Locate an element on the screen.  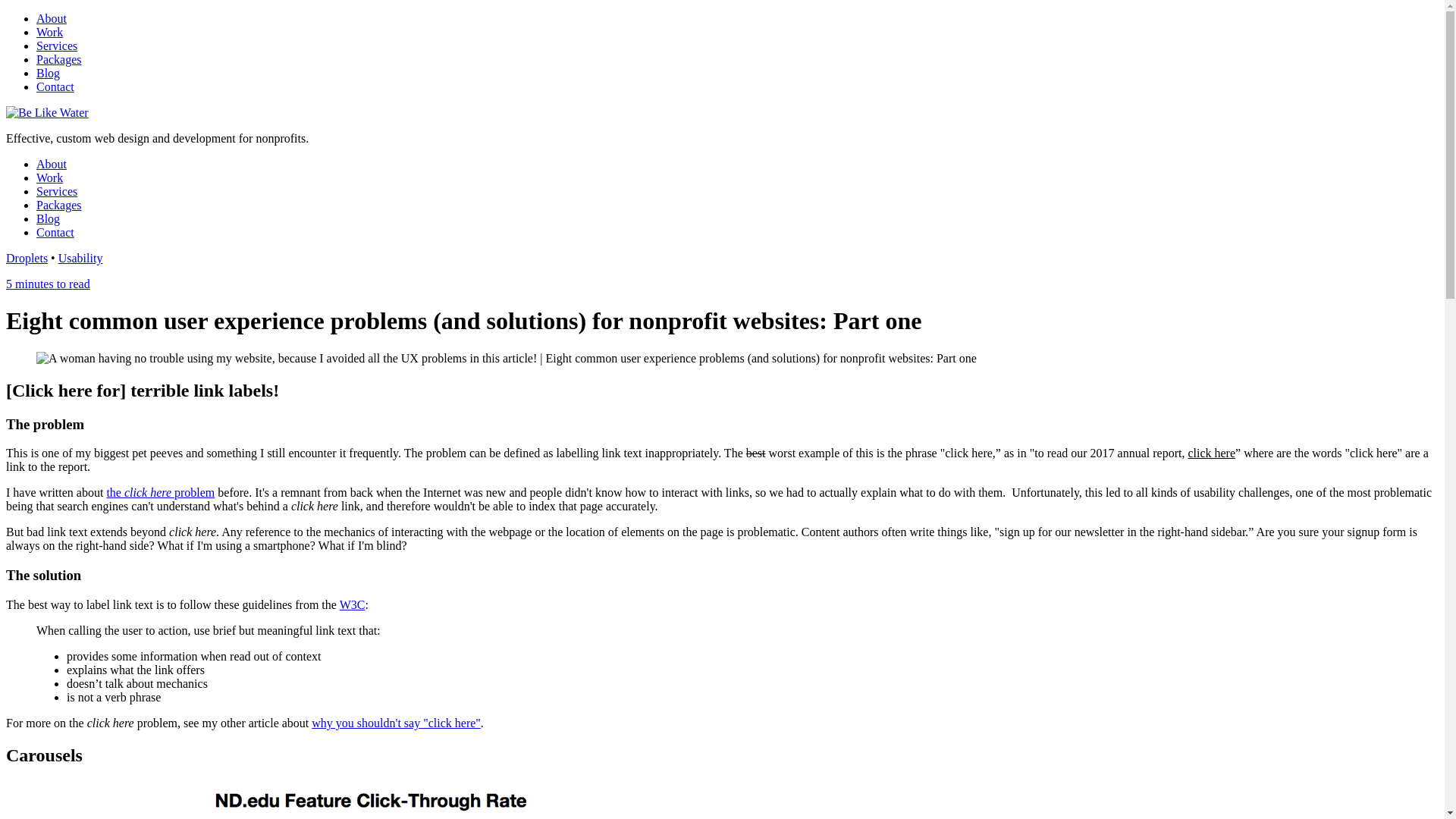
'Contact' is located at coordinates (36, 232).